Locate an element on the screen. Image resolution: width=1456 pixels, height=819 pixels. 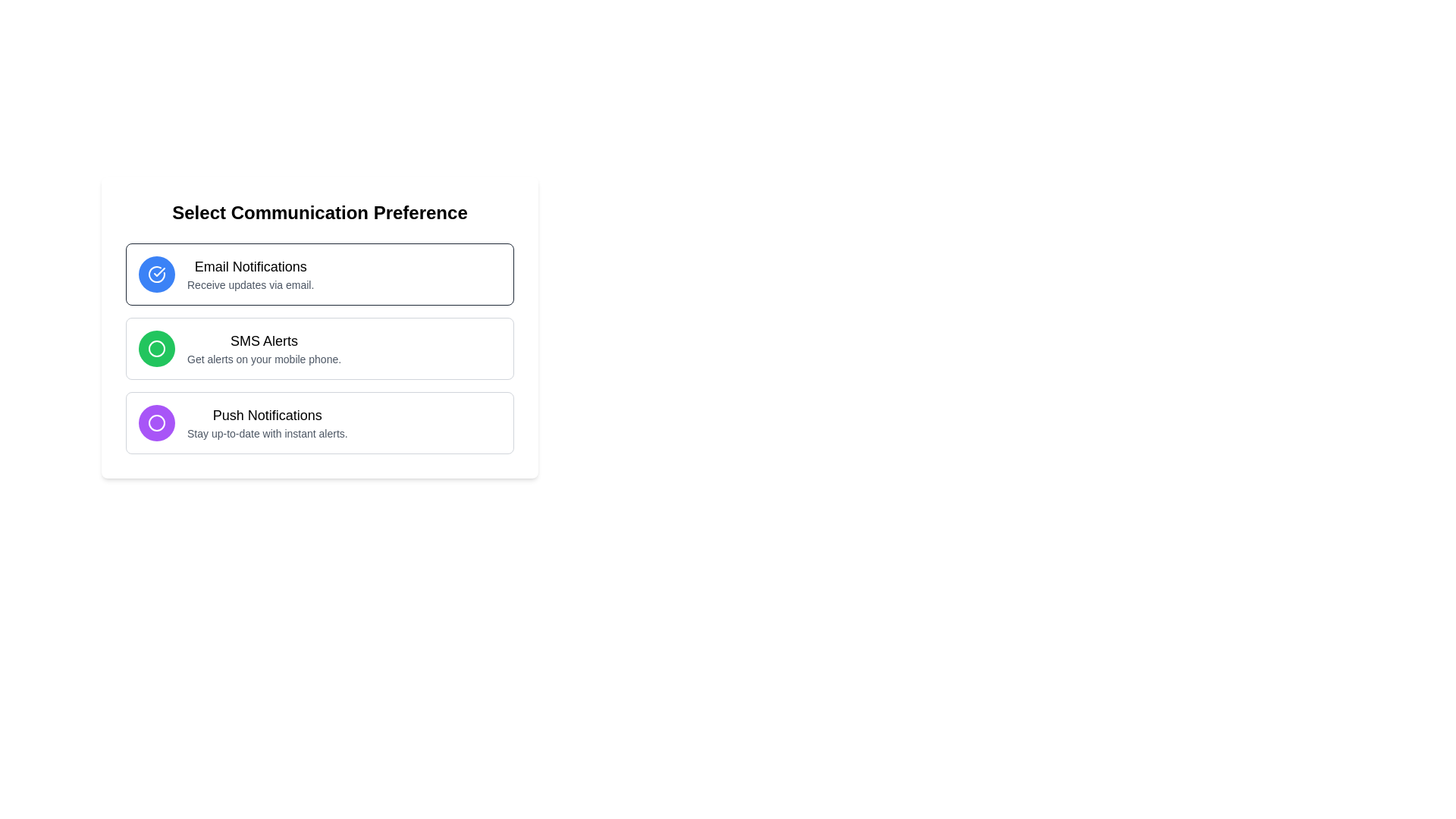
the green circular icon with a white circular outline located to the left of the 'SMS Alerts' text, which is part of the communication preference options is located at coordinates (156, 348).